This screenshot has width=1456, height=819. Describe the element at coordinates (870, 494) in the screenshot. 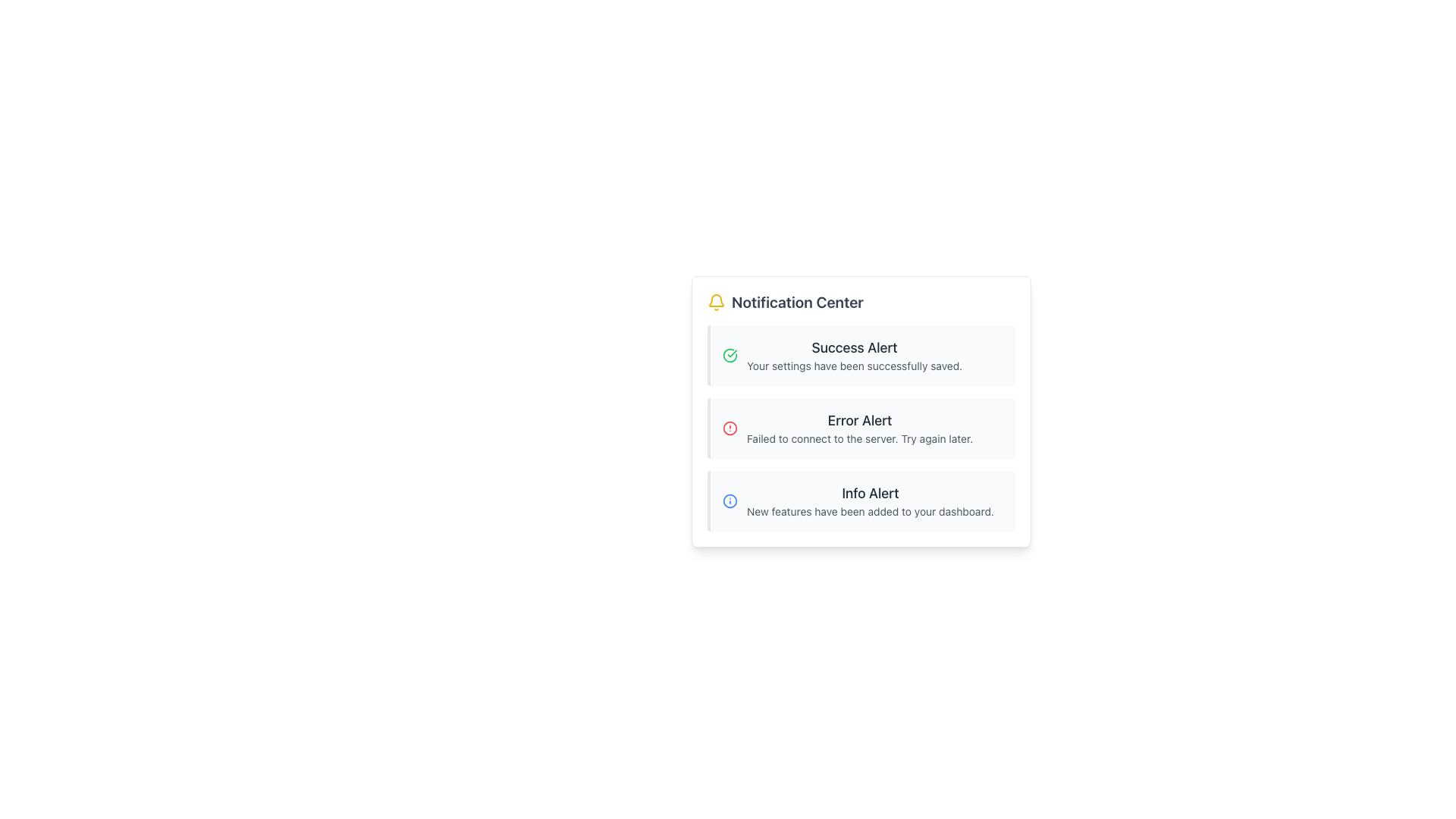

I see `the 'Info Alert' header in the notification section, which serves as a title for the associated informational notification` at that location.